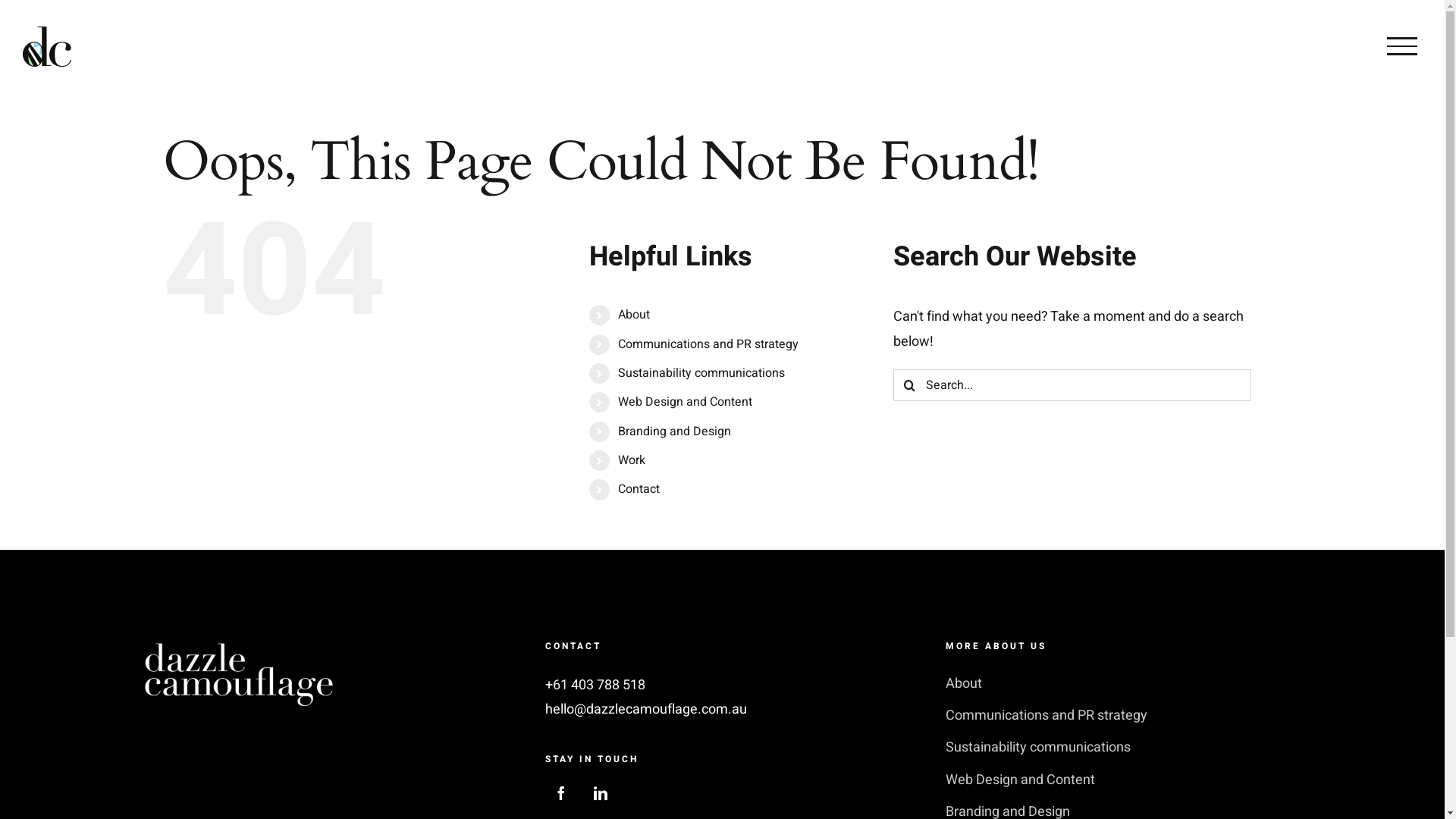 This screenshot has width=1456, height=819. What do you see at coordinates (1122, 747) in the screenshot?
I see `'Sustainability communications'` at bounding box center [1122, 747].